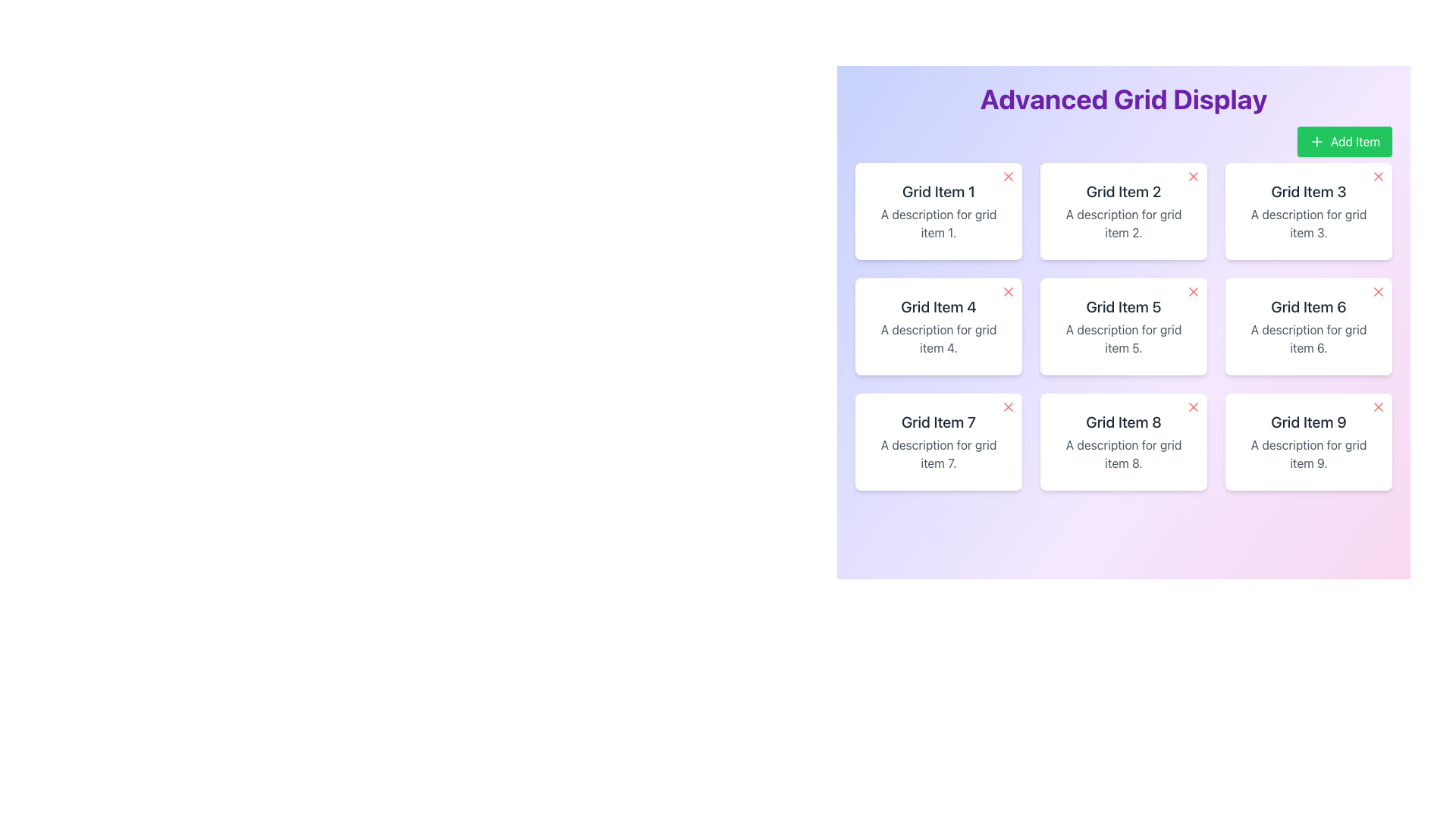 The height and width of the screenshot is (819, 1456). Describe the element at coordinates (1008, 175) in the screenshot. I see `the close/delete icon located at the top-right corner of 'Grid Item 1'` at that location.